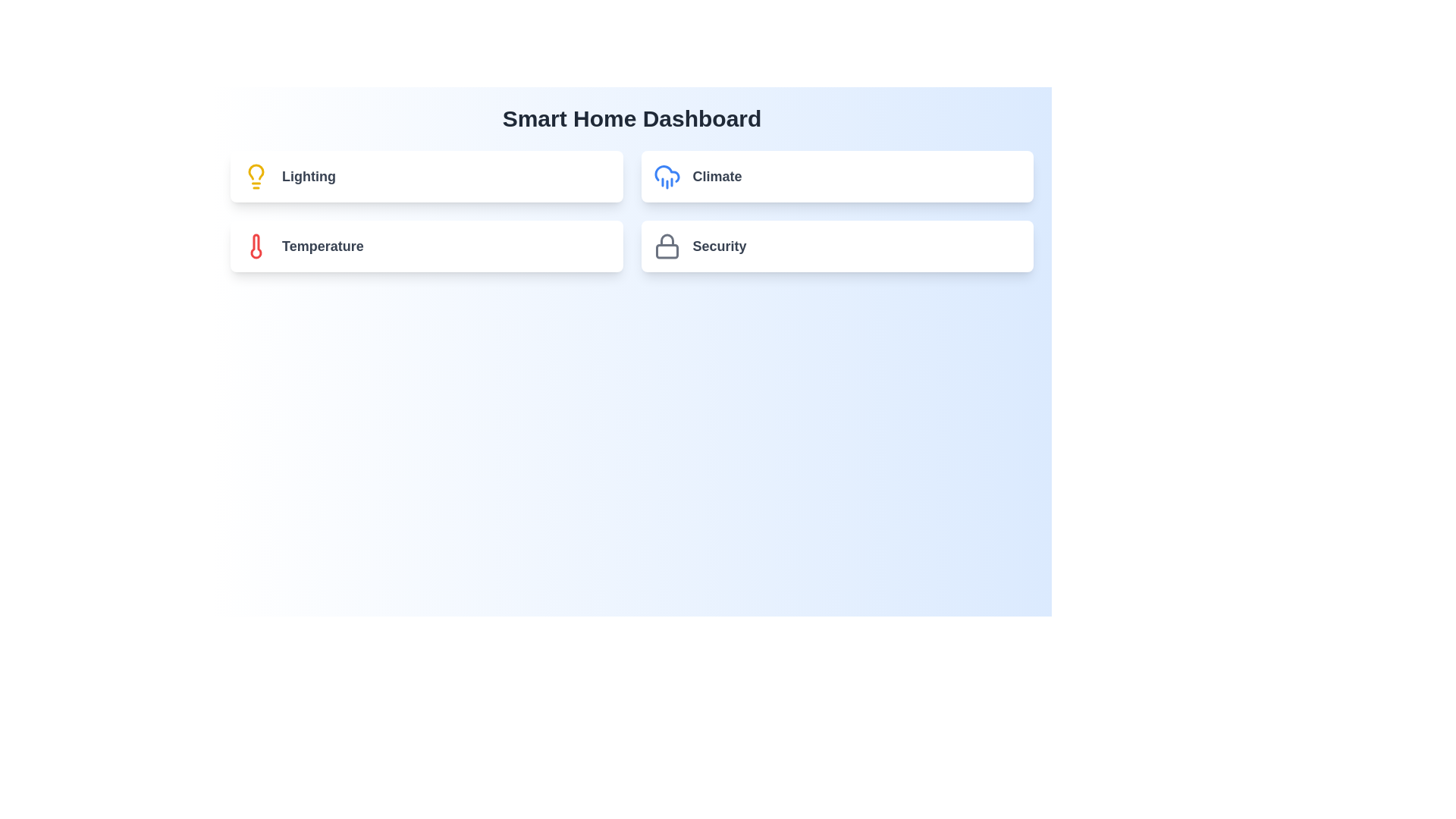 The image size is (1456, 819). What do you see at coordinates (719, 245) in the screenshot?
I see `text label indicating the purpose of the associated card for security-related functionalities in the smart home dashboard, located in the lower-right section of the grid, next to the lock icon` at bounding box center [719, 245].